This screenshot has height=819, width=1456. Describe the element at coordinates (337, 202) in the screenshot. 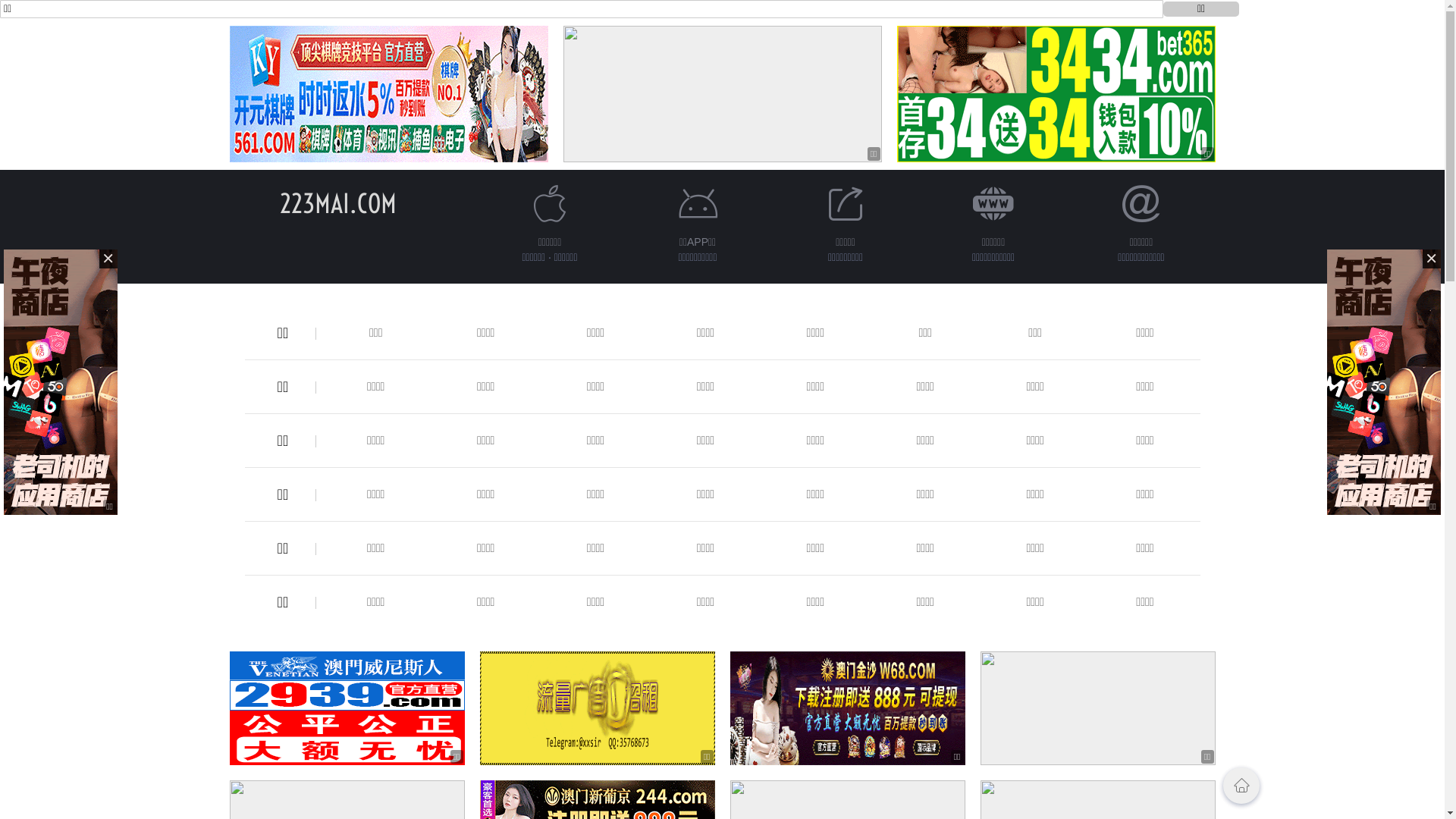

I see `'223MAI.COM'` at that location.